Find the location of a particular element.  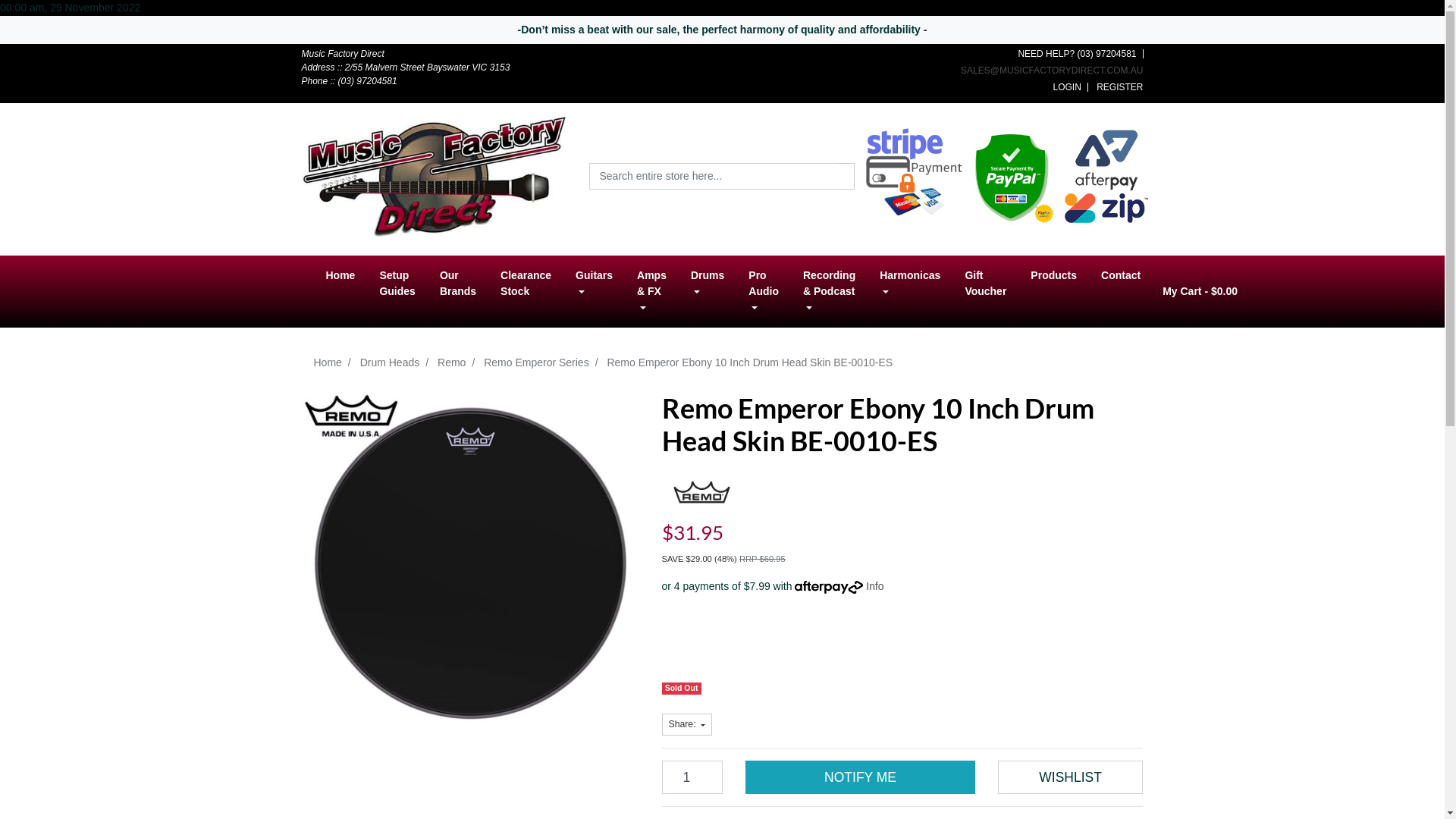

'Setup Guides' is located at coordinates (397, 284).